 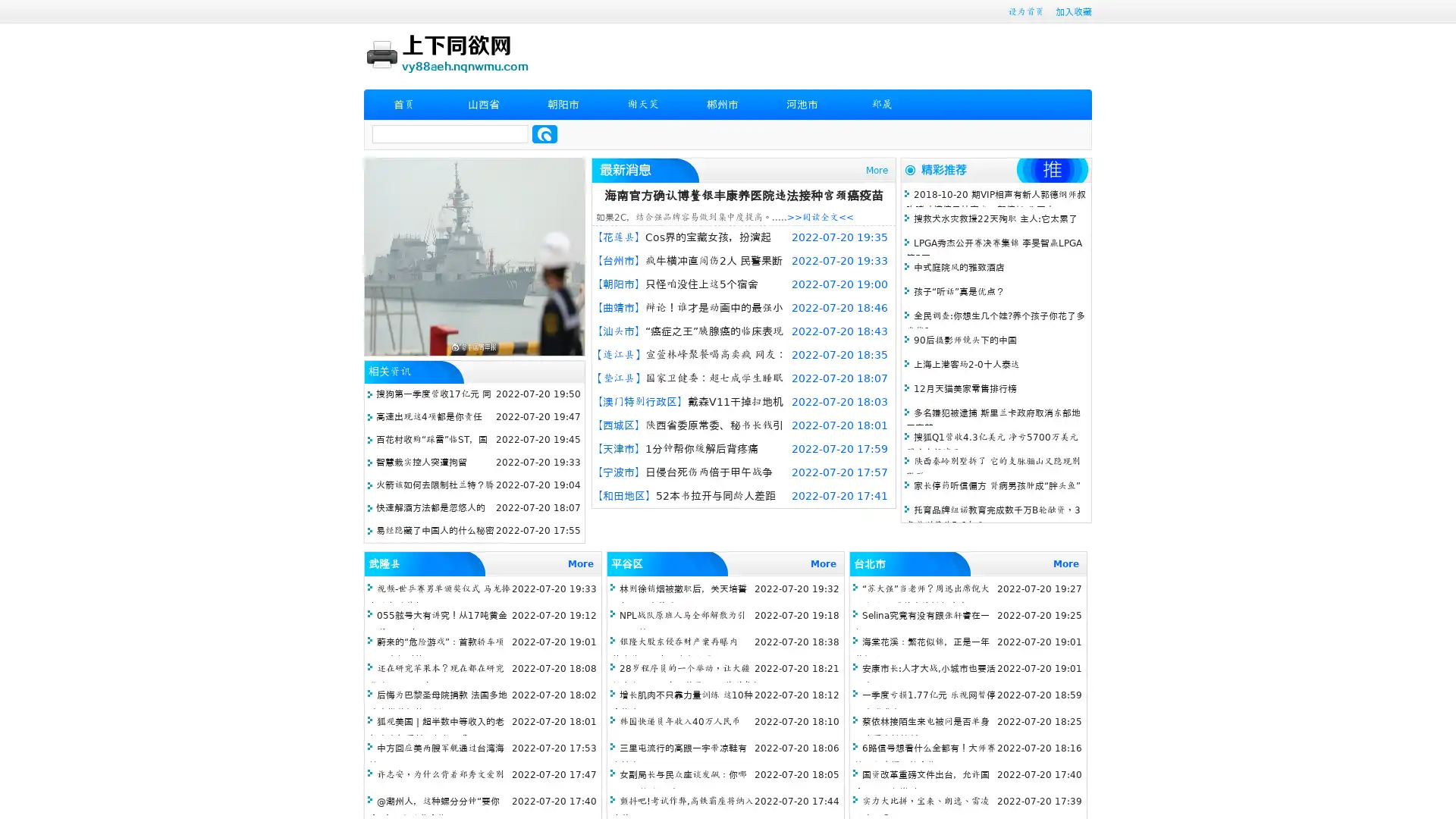 I want to click on Search, so click(x=544, y=133).